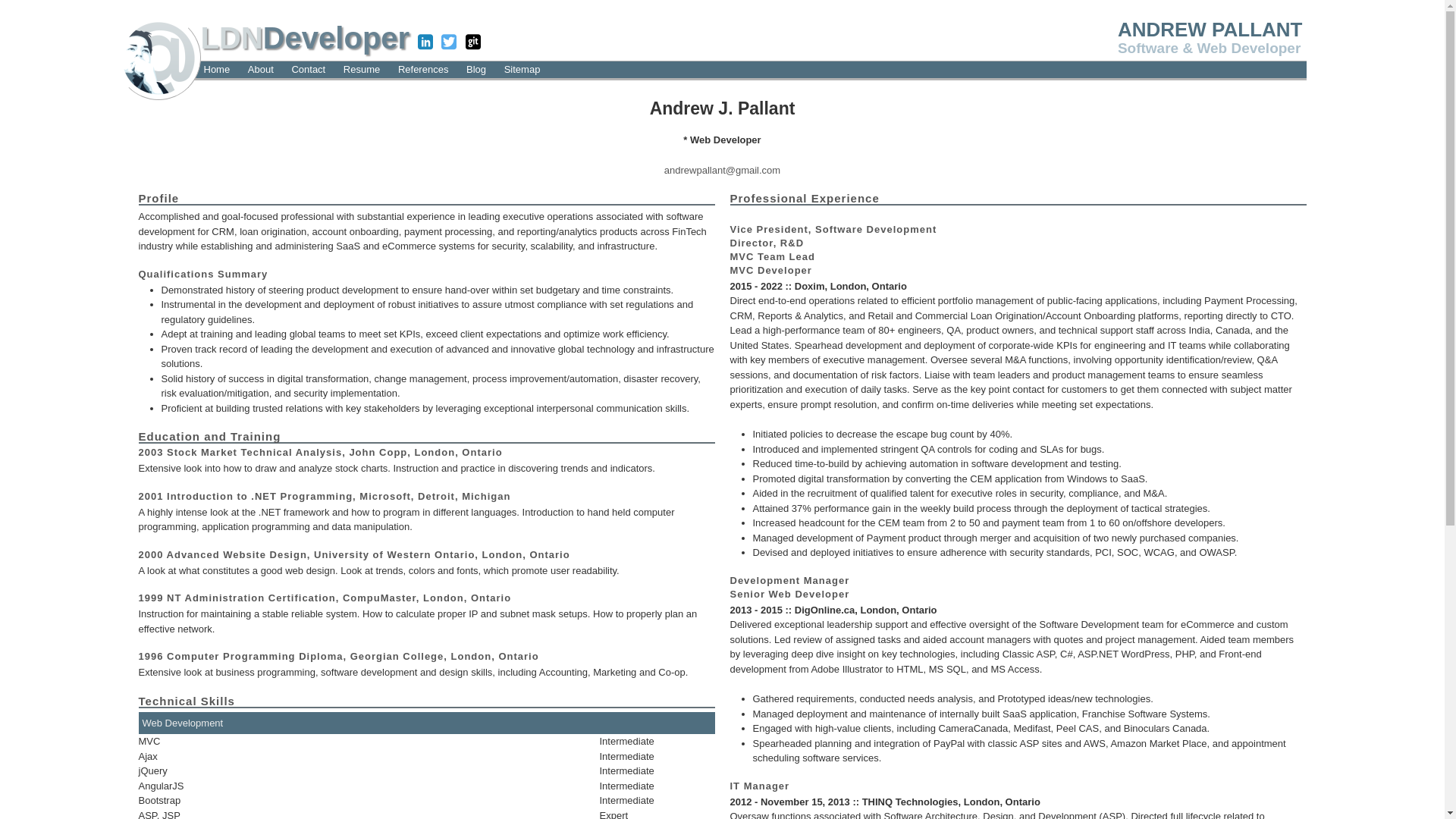  What do you see at coordinates (261, 69) in the screenshot?
I see `'About'` at bounding box center [261, 69].